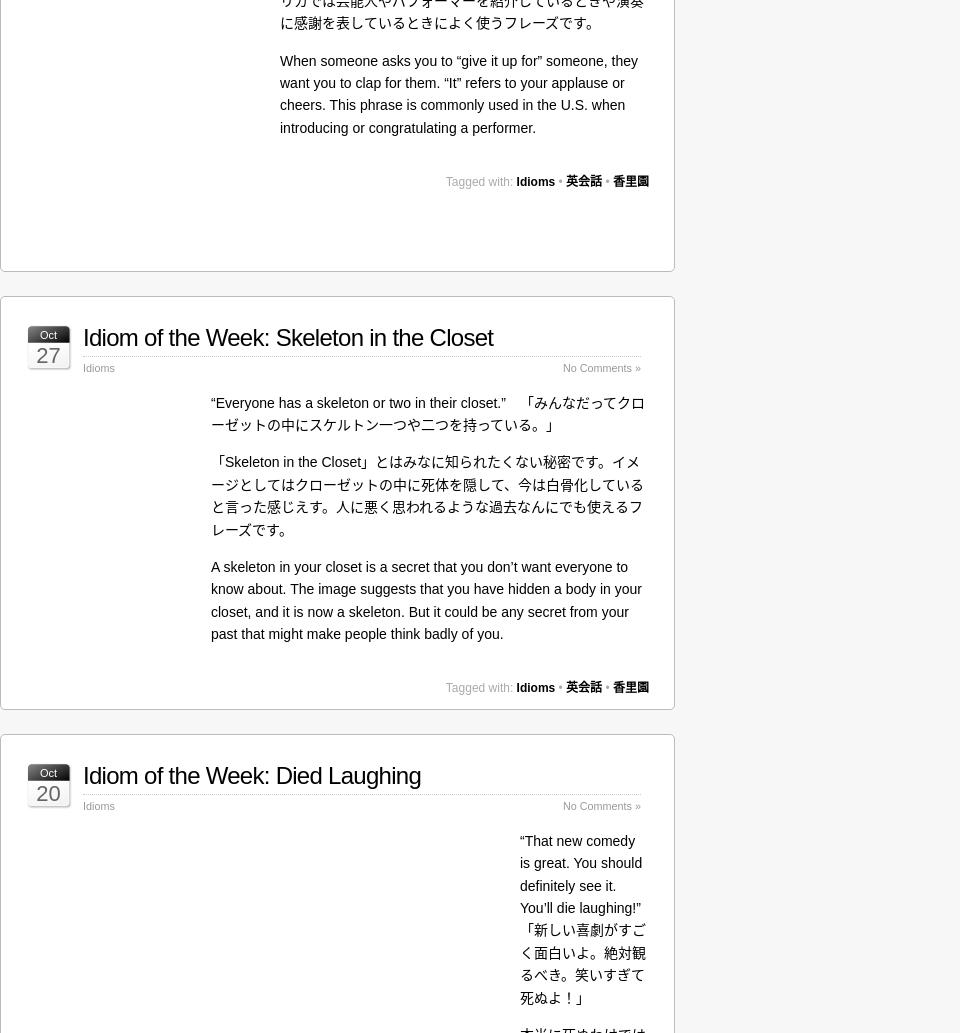 The height and width of the screenshot is (1033, 960). What do you see at coordinates (47, 793) in the screenshot?
I see `'20'` at bounding box center [47, 793].